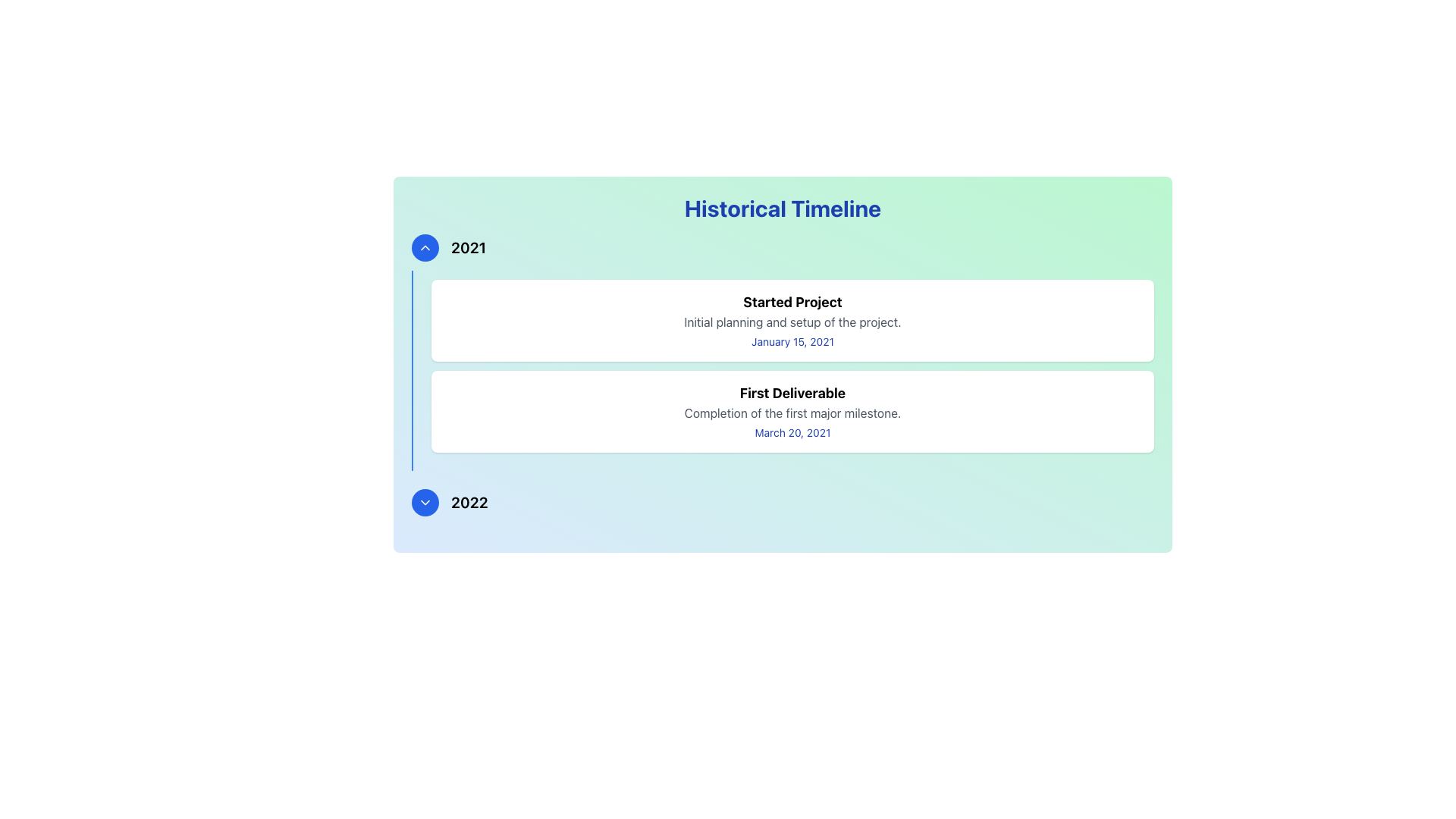 The width and height of the screenshot is (1456, 819). I want to click on the date text 'January 15, 2021' which is displayed in small, blue text under the title 'Started Project' and the description 'Initial planning and setup of the project.' within the card layout, so click(792, 342).